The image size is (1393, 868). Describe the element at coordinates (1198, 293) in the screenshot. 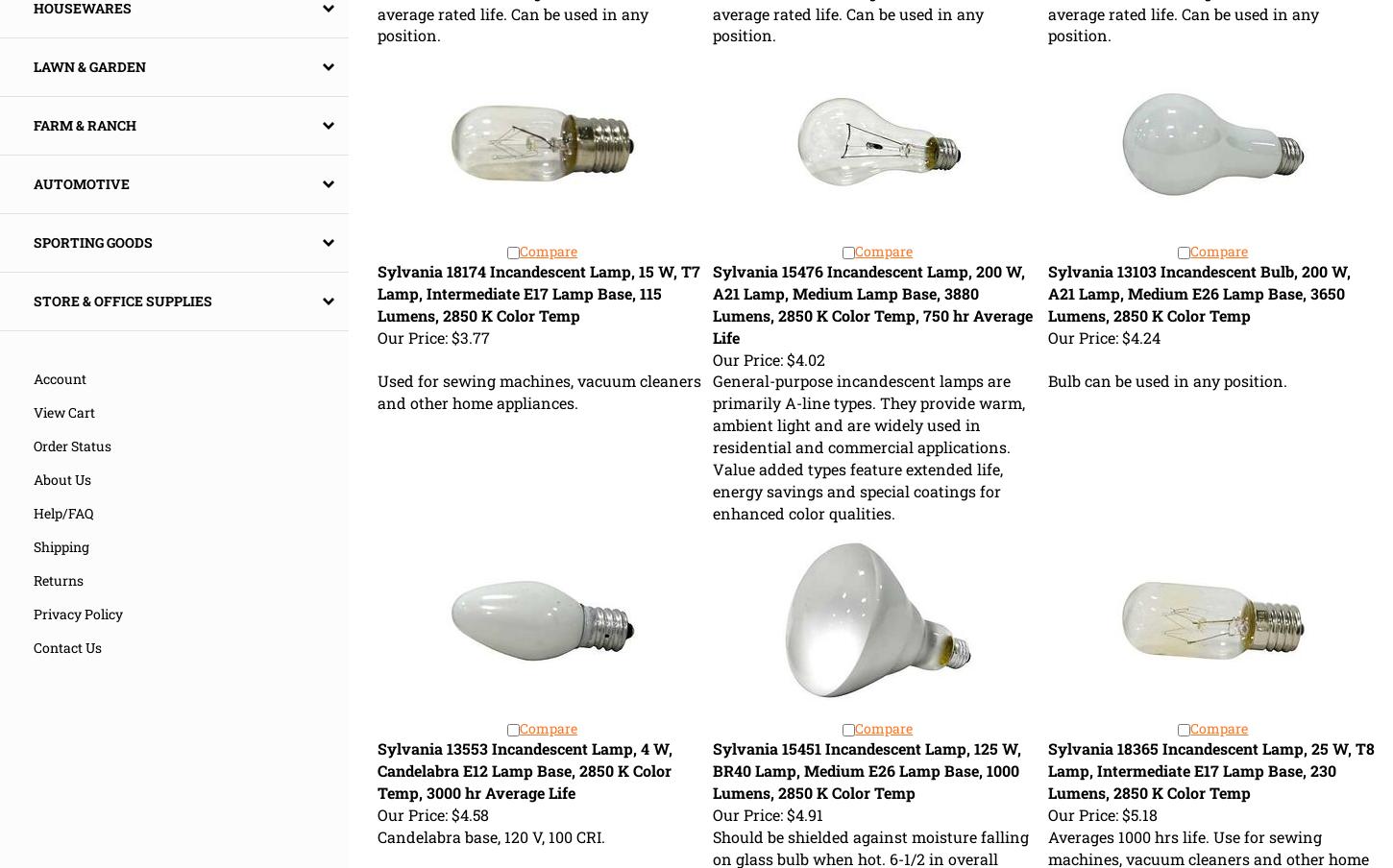

I see `'Sylvania 13103 Incandescent Bulb, 200 W, A21 Lamp, Medium E26 Lamp Base, 3650 Lumens, 2850 K Color Temp'` at that location.